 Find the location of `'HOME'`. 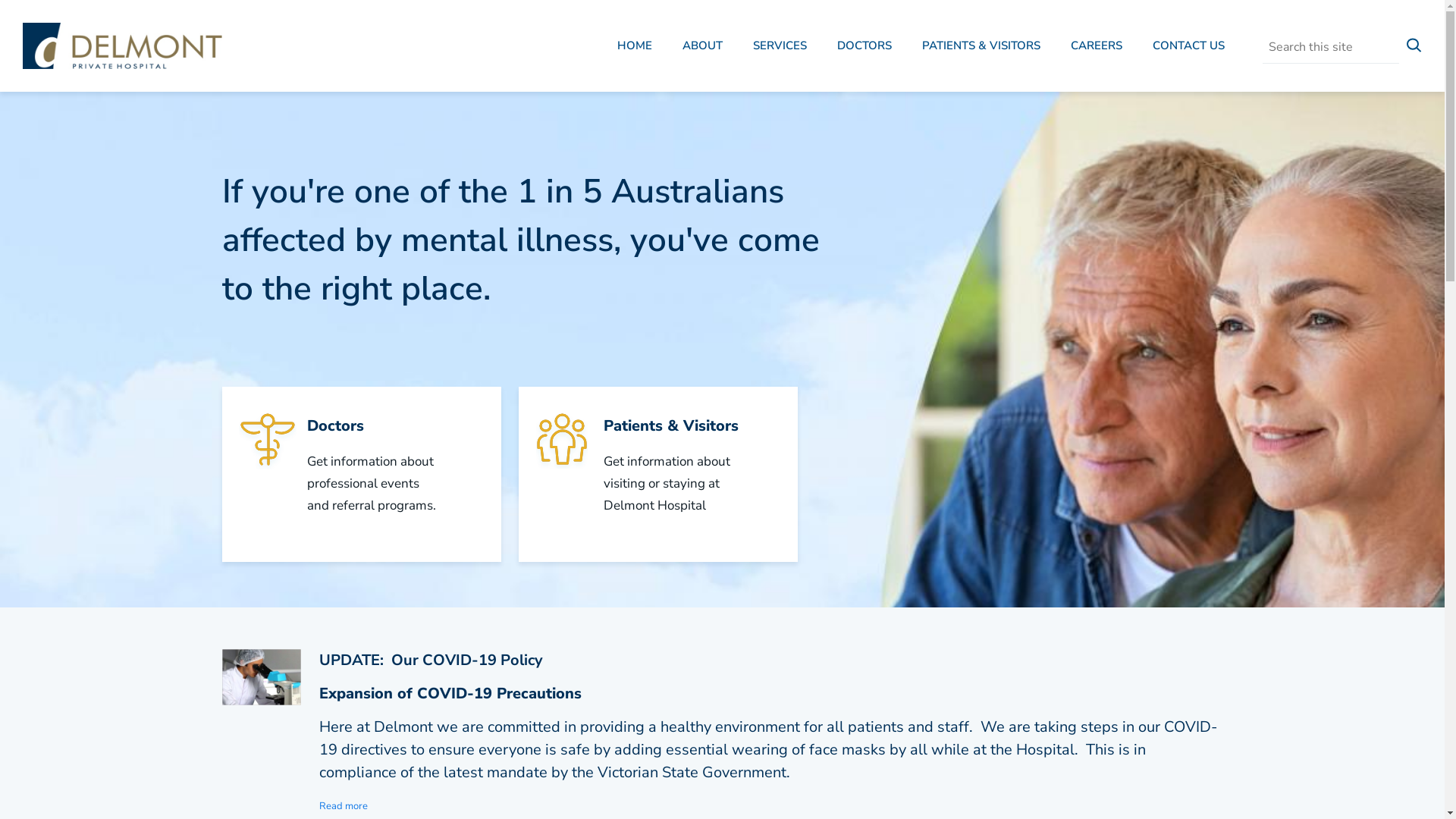

'HOME' is located at coordinates (634, 46).